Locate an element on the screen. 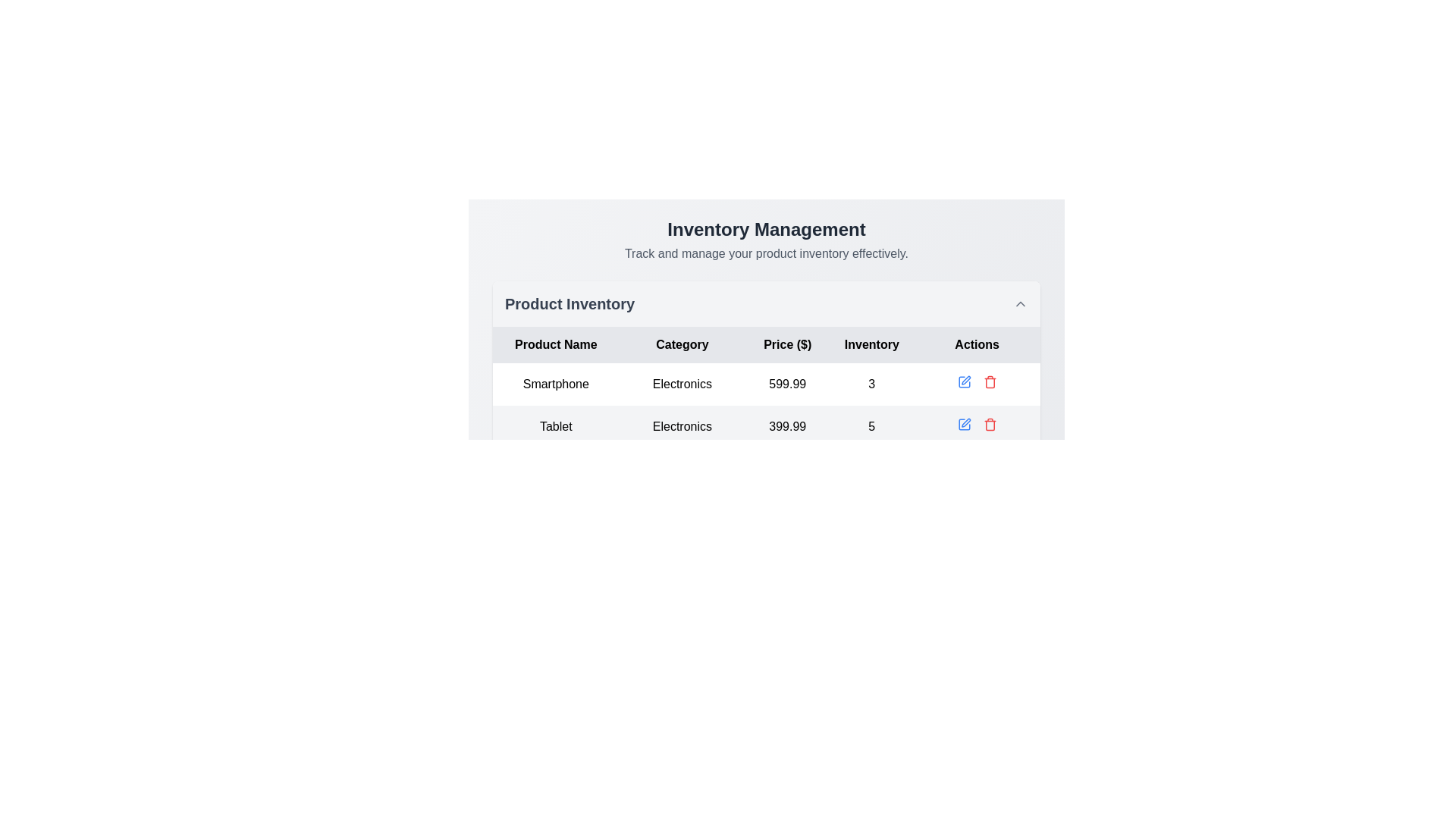 This screenshot has width=1456, height=819. the 'Product Name' text label, which is the first element in the header row of a table, displayed in bold black font on a light gray background is located at coordinates (555, 345).